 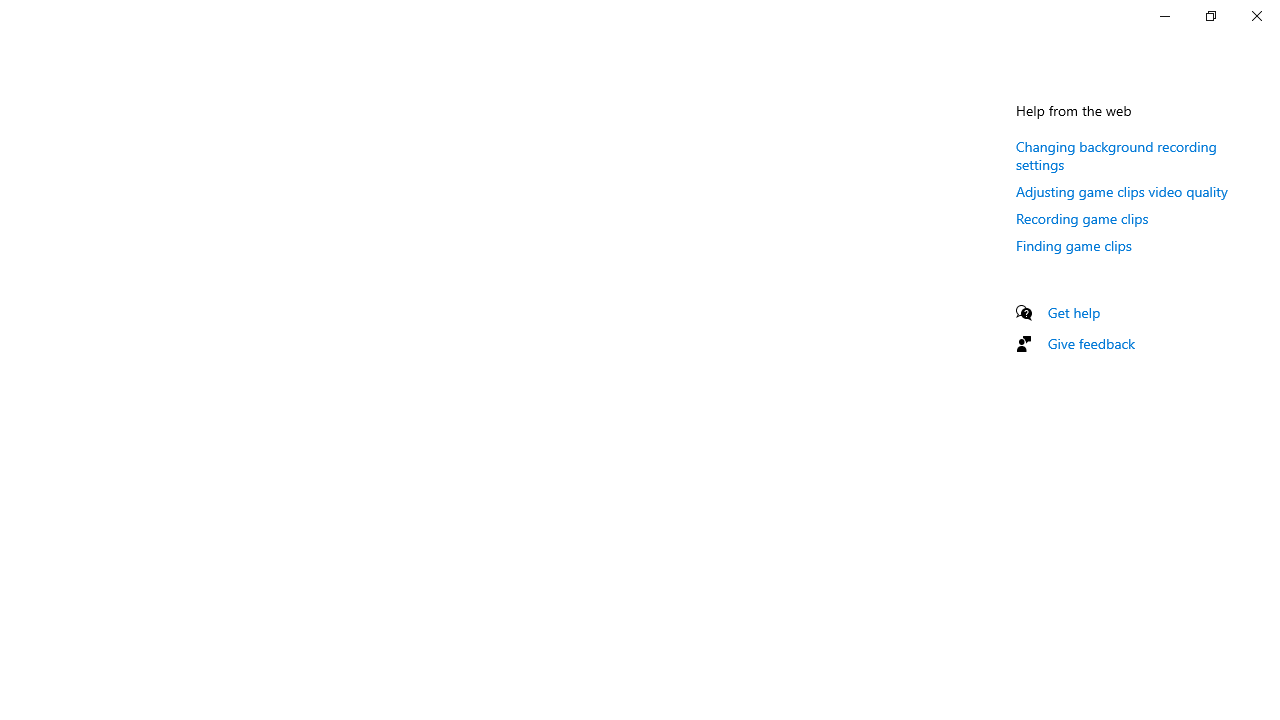 I want to click on 'Changing background recording settings', so click(x=1115, y=154).